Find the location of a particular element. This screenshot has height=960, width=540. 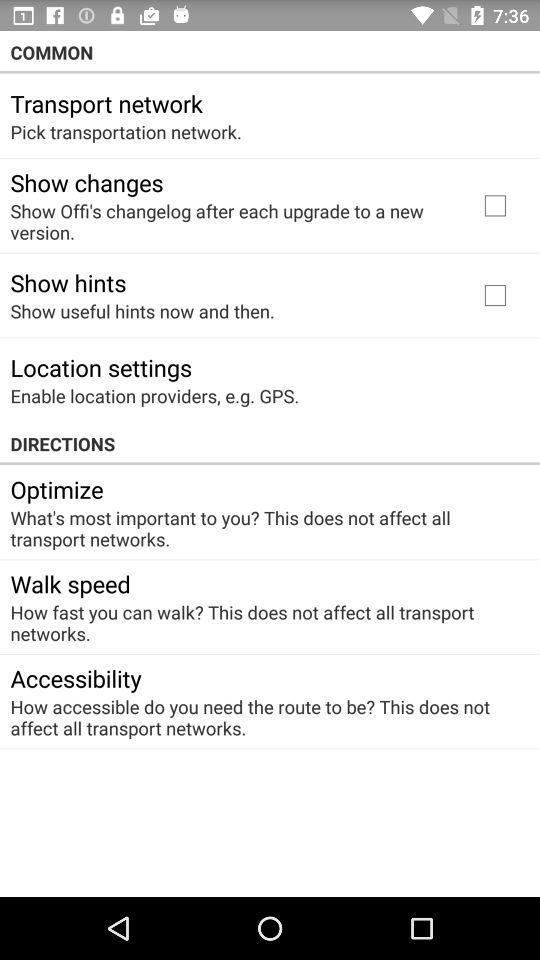

icon below directions item is located at coordinates (57, 488).